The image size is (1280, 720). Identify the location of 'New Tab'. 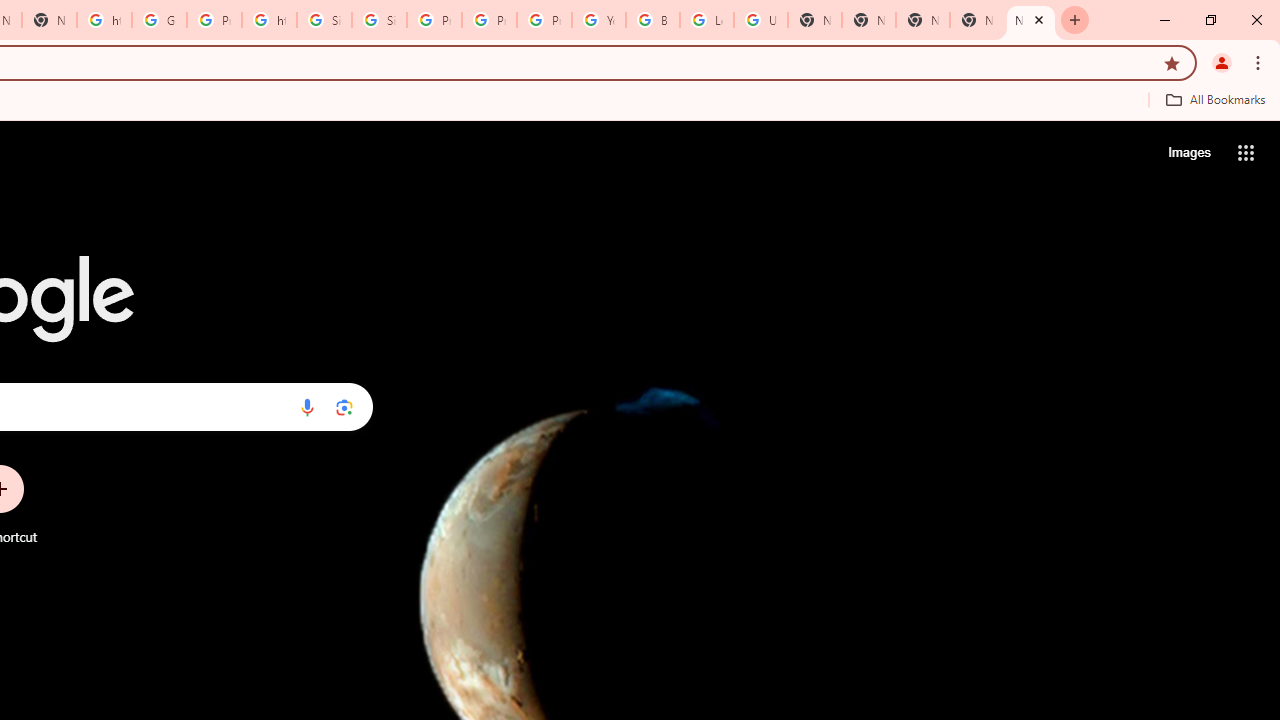
(1031, 20).